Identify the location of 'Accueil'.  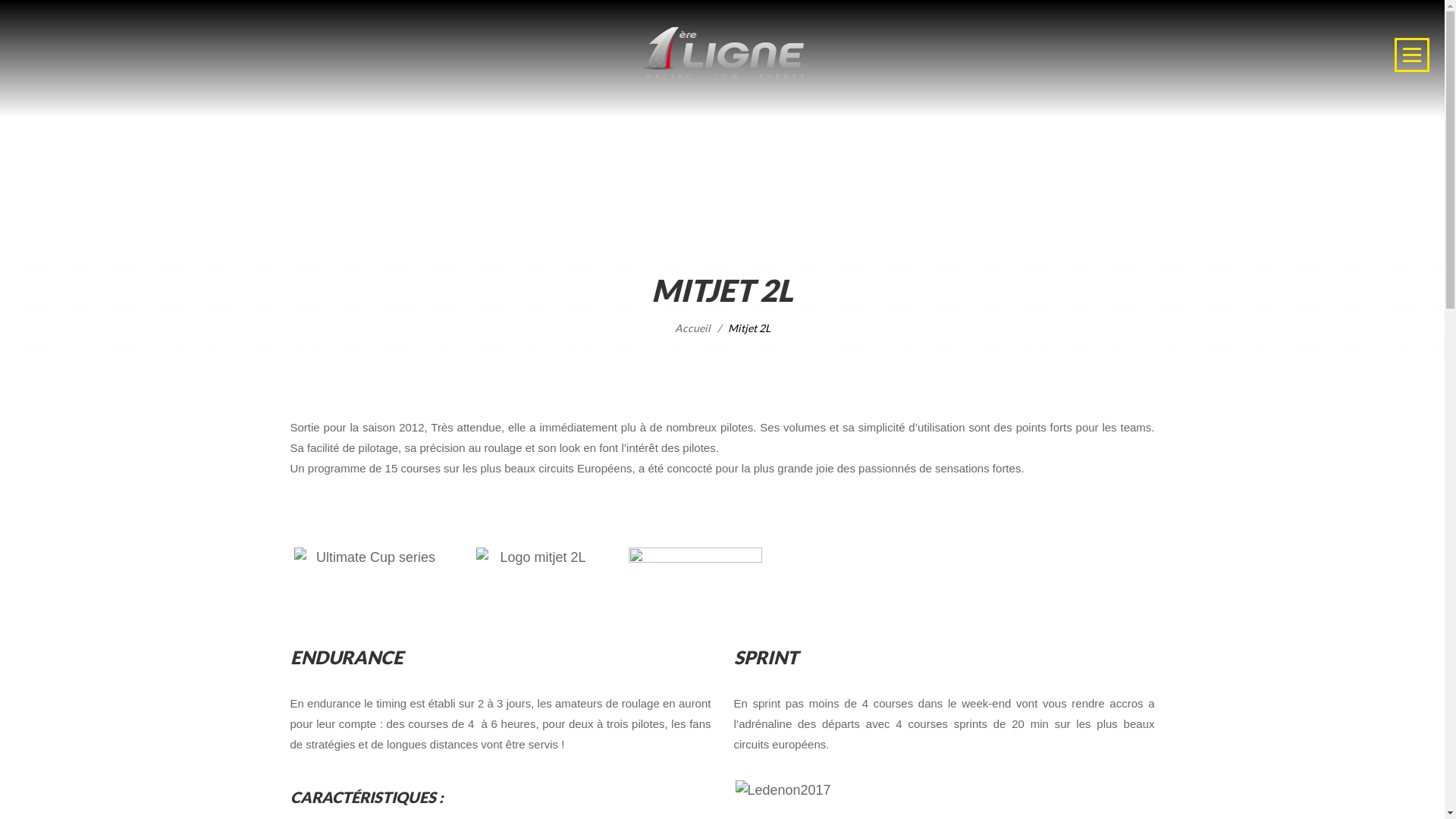
(692, 327).